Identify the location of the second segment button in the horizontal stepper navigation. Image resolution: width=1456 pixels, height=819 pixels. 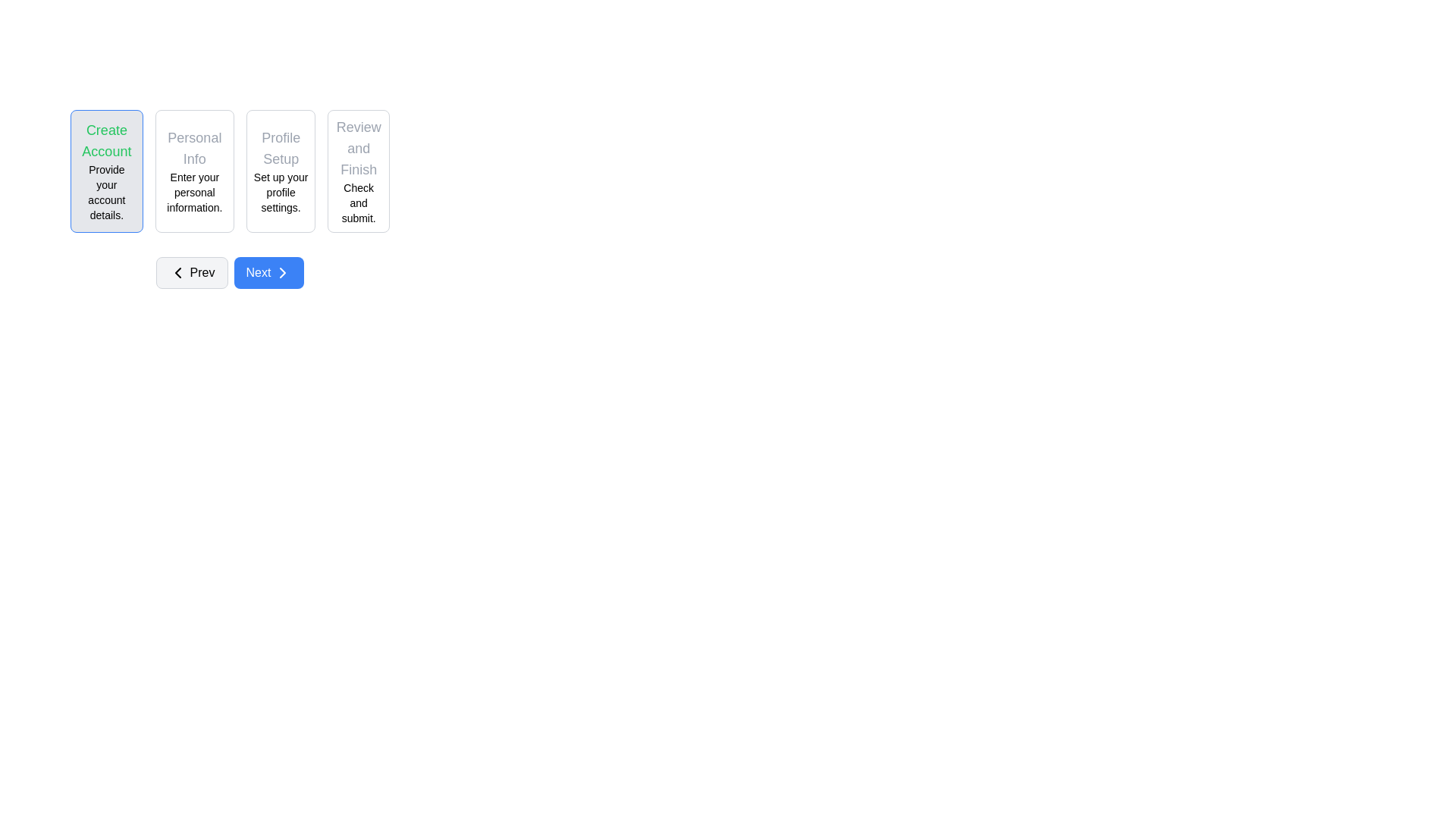
(193, 171).